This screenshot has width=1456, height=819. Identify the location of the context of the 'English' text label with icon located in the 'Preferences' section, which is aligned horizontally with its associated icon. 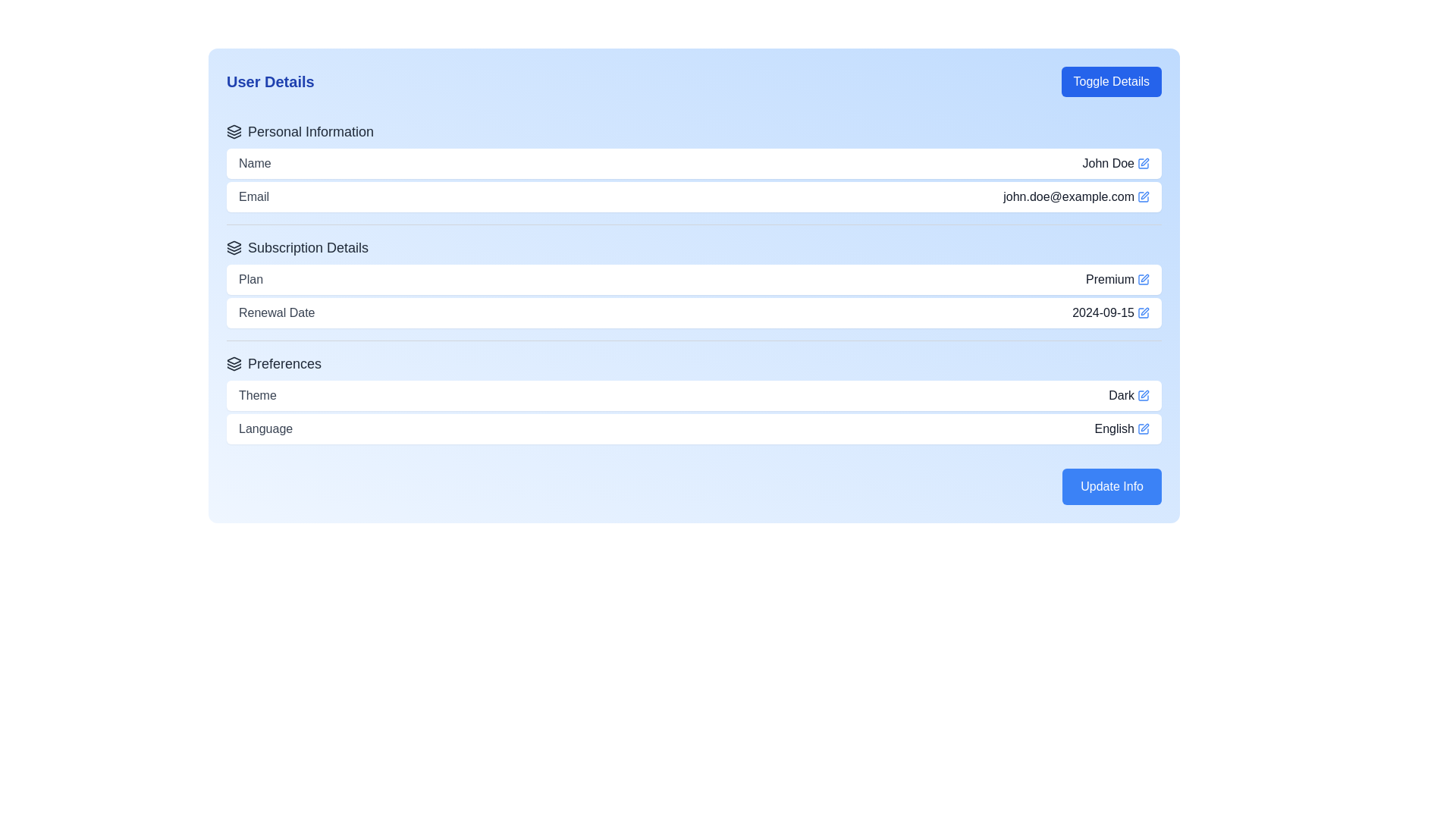
(1122, 429).